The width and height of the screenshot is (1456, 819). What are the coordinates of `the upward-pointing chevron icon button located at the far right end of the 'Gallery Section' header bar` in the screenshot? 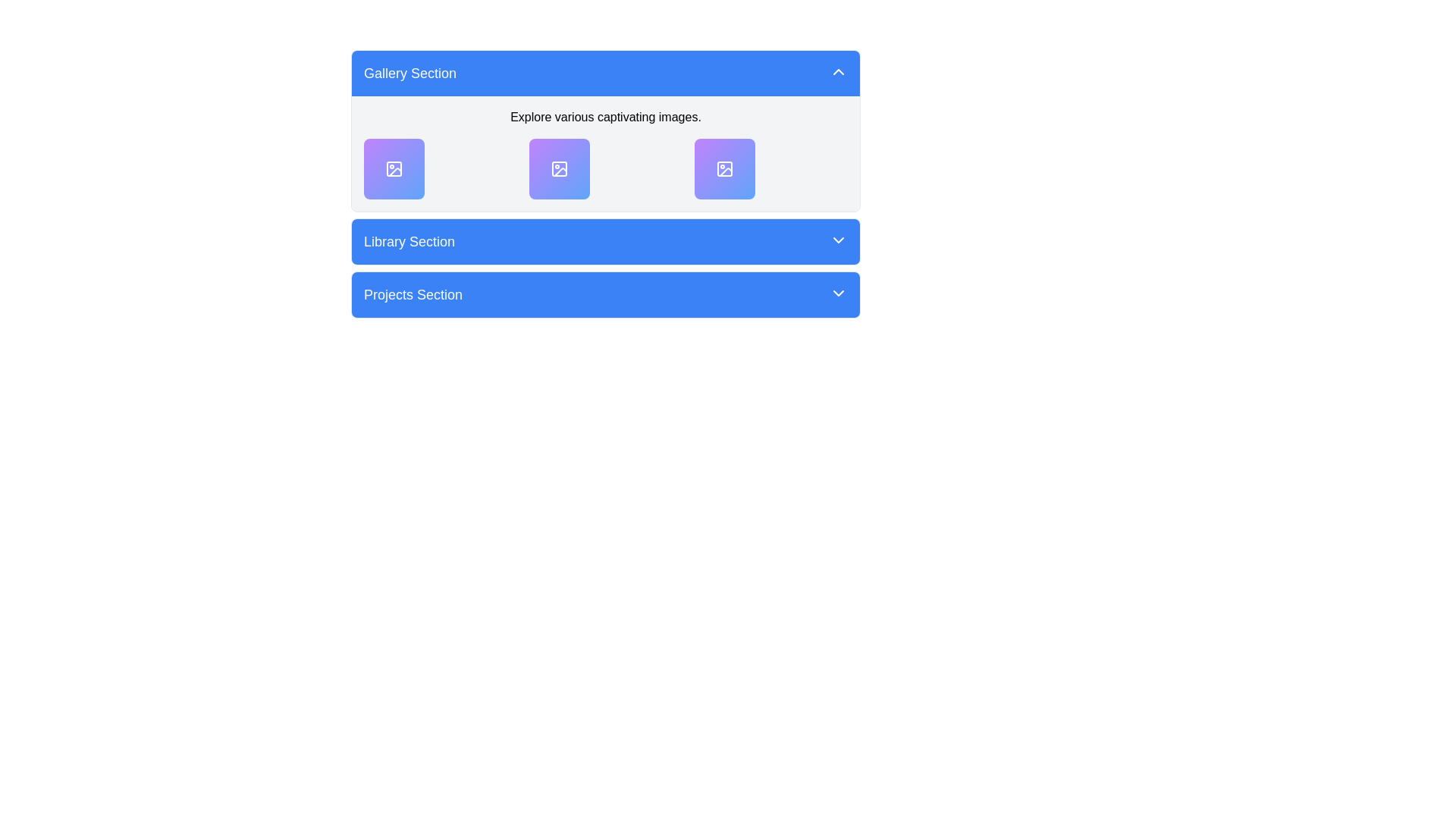 It's located at (837, 72).